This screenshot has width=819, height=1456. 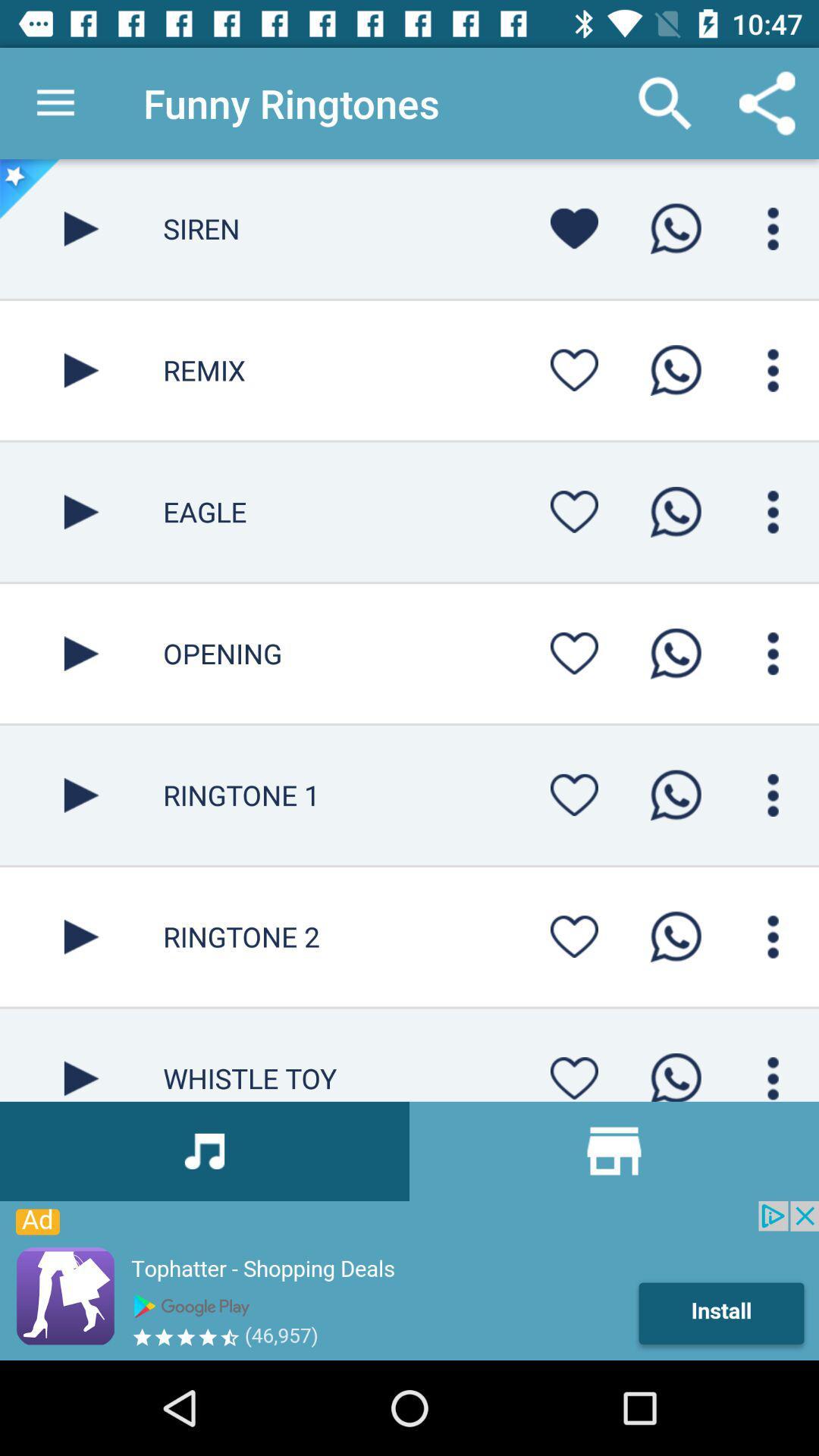 I want to click on switch to play tone, so click(x=81, y=794).